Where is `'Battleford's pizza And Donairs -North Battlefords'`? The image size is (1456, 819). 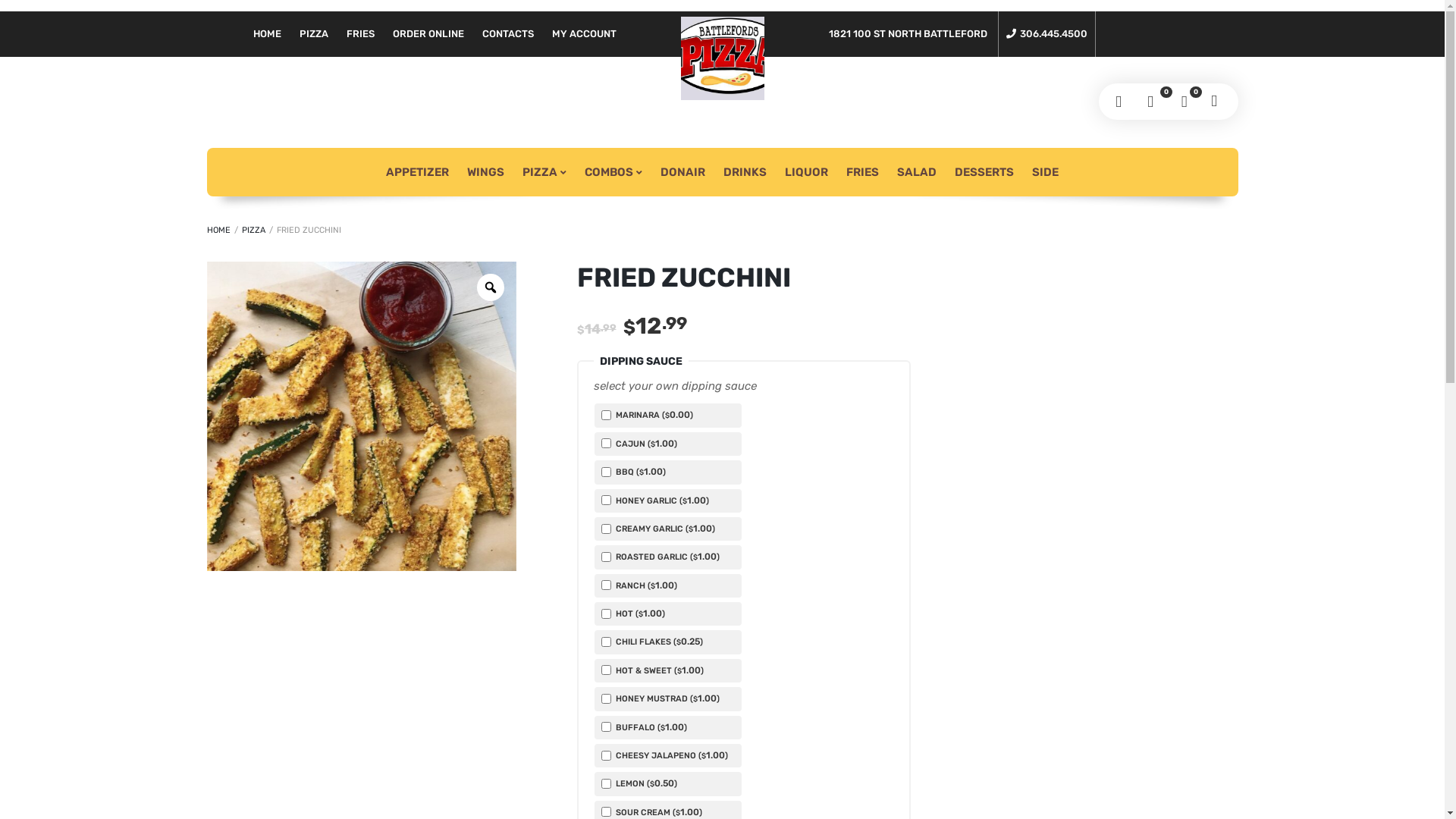
'Battleford's pizza And Donairs -North Battlefords' is located at coordinates (722, 58).